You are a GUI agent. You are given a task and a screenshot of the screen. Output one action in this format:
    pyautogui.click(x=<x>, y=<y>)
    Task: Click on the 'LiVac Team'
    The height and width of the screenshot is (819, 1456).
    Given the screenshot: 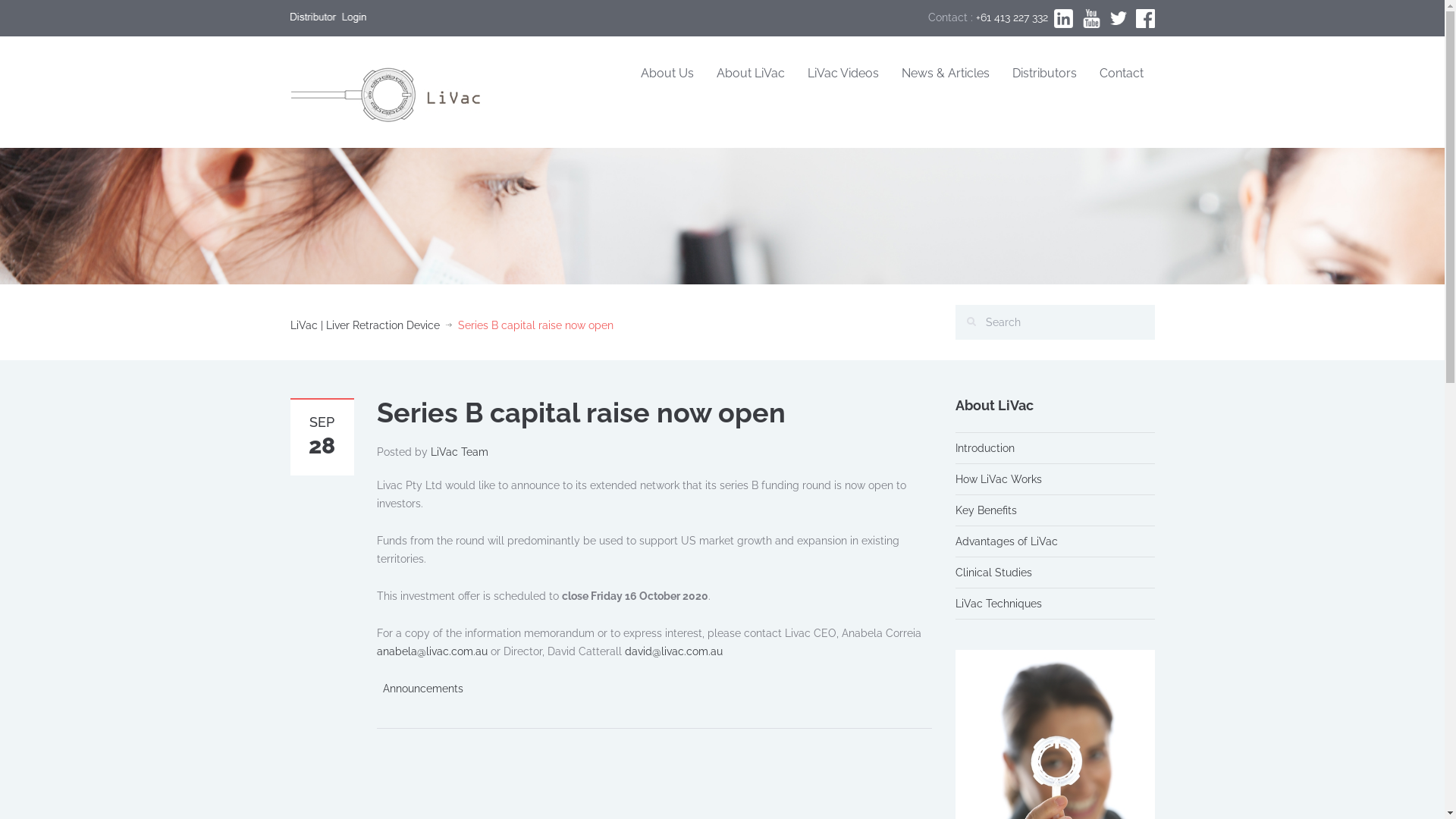 What is the action you would take?
    pyautogui.click(x=458, y=451)
    